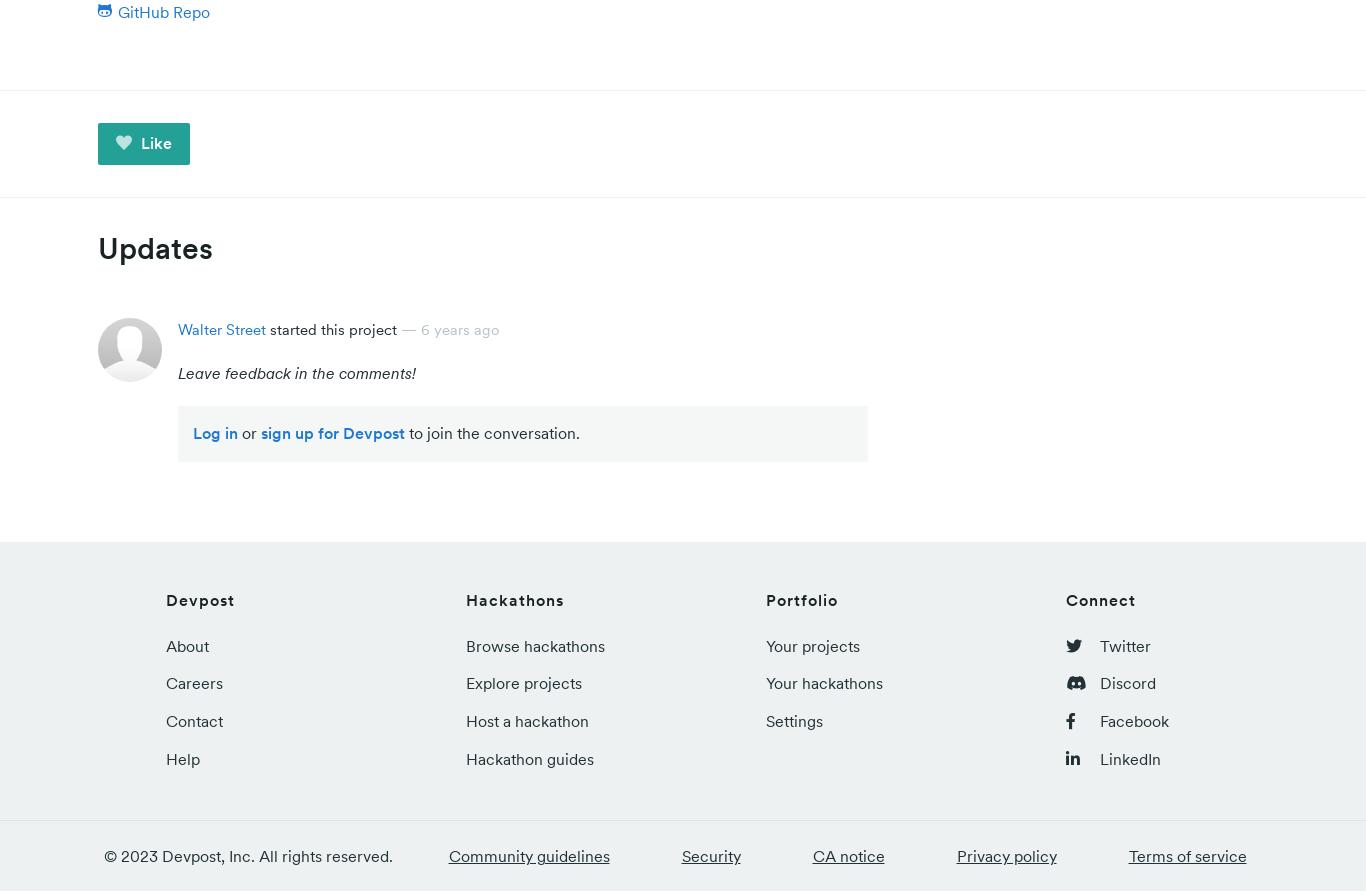 The height and width of the screenshot is (891, 1366). Describe the element at coordinates (152, 142) in the screenshot. I see `'Like'` at that location.